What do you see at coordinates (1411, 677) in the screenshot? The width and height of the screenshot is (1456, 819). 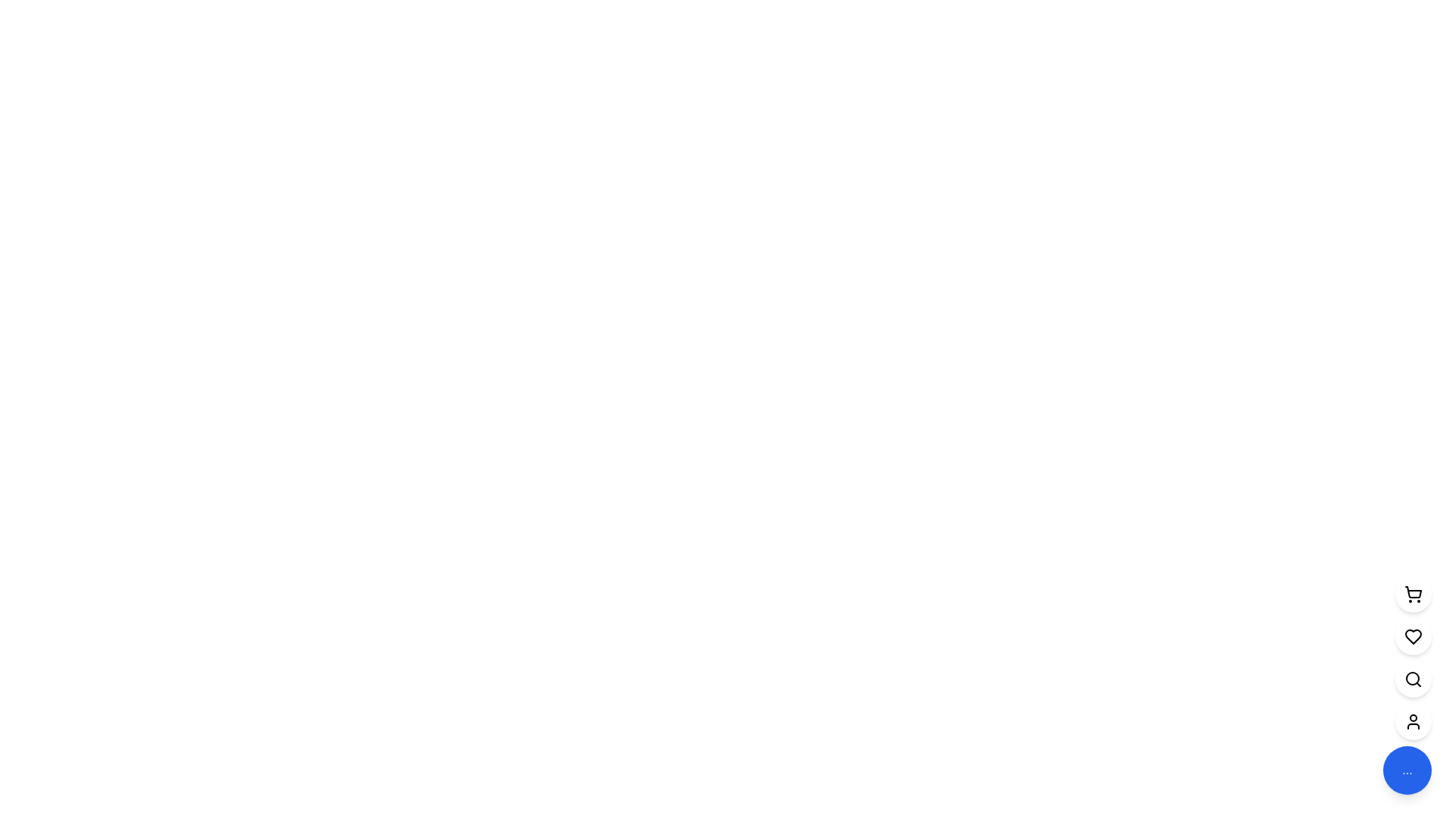 I see `the circular lens portion of the search icon located in the center-left region of the icon, which is the third icon from the bottom in the vertical menu on the right side of the interface` at bounding box center [1411, 677].